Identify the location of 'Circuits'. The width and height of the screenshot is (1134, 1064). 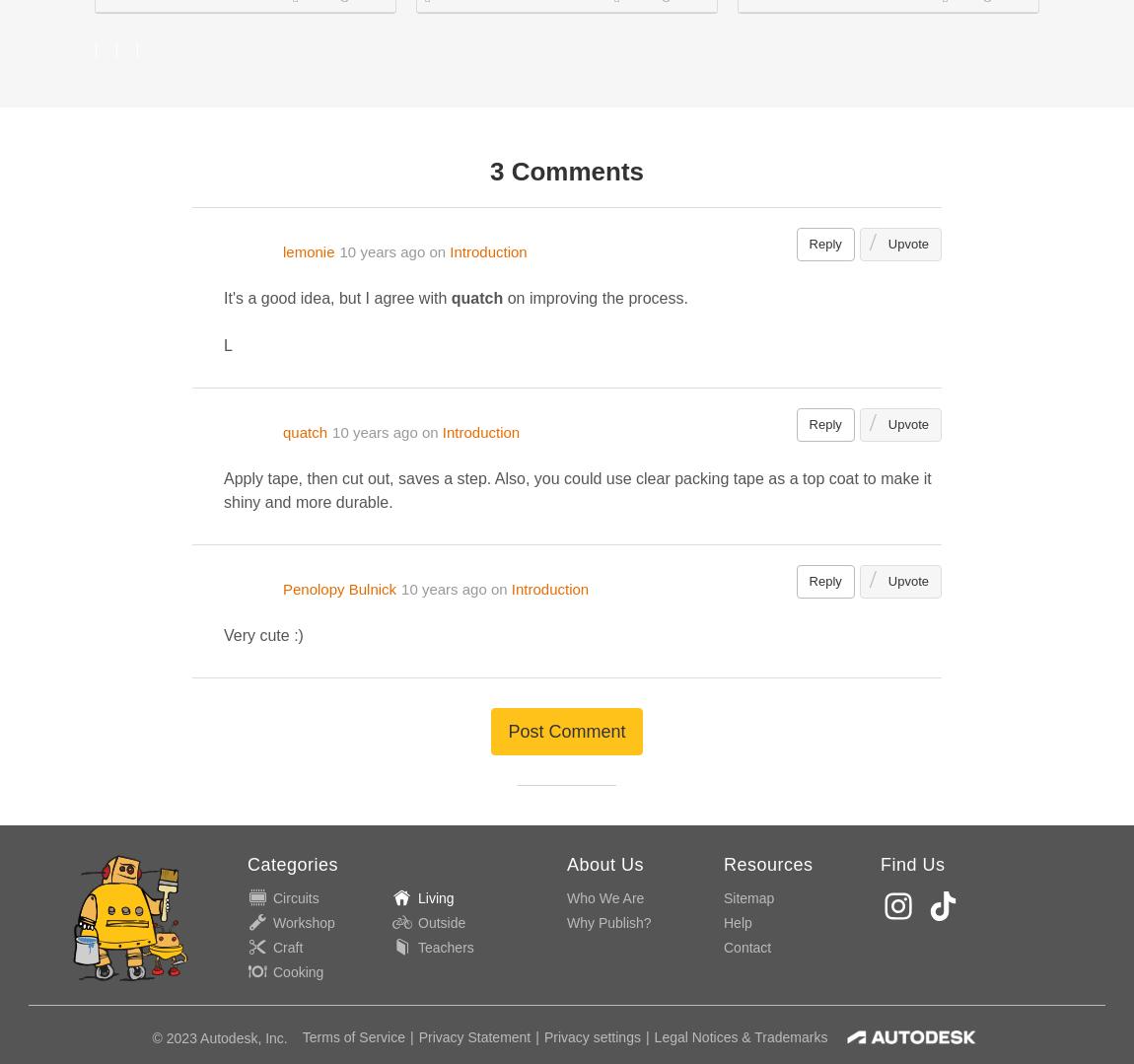
(296, 896).